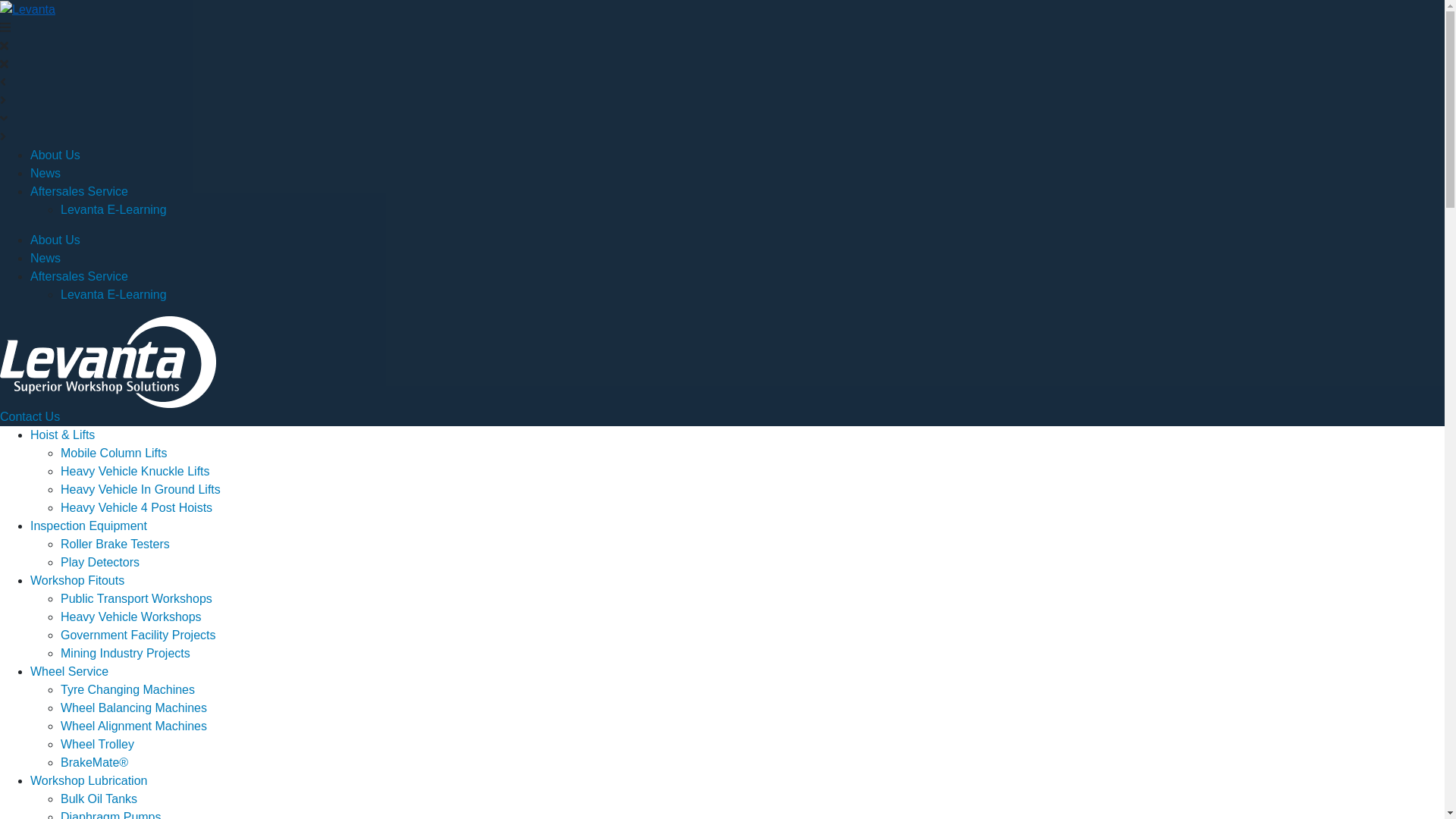  I want to click on 'Wheel Service', so click(68, 670).